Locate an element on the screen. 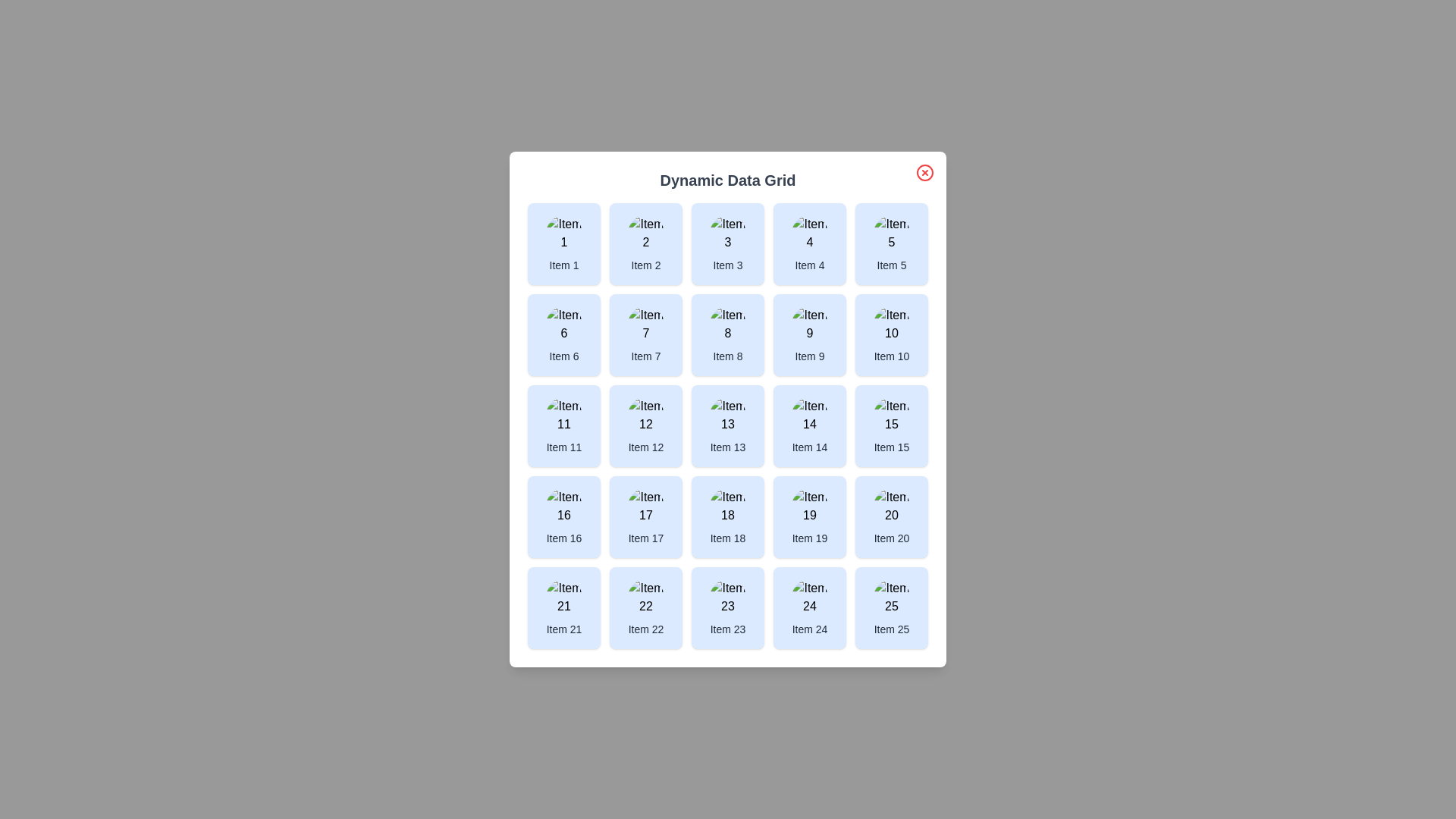 This screenshot has width=1456, height=819. the close button located in the top-right corner of the dialog box is located at coordinates (924, 171).